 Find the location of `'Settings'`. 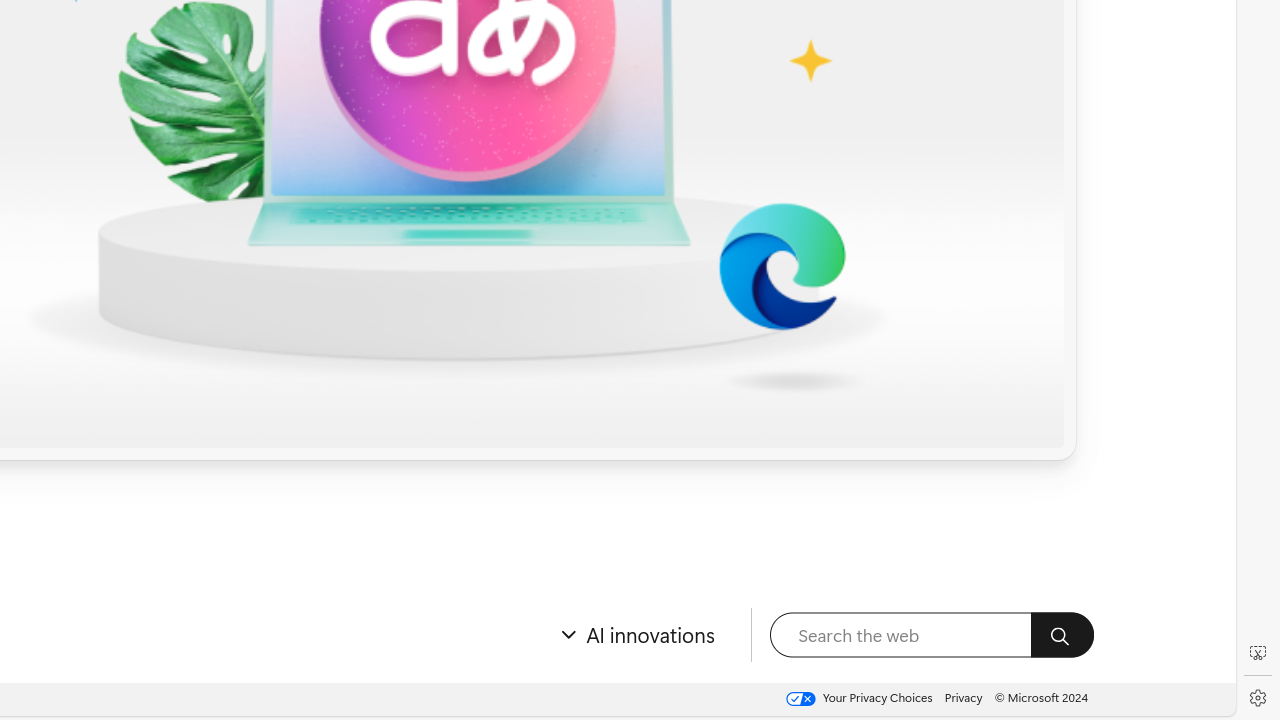

'Settings' is located at coordinates (1256, 696).